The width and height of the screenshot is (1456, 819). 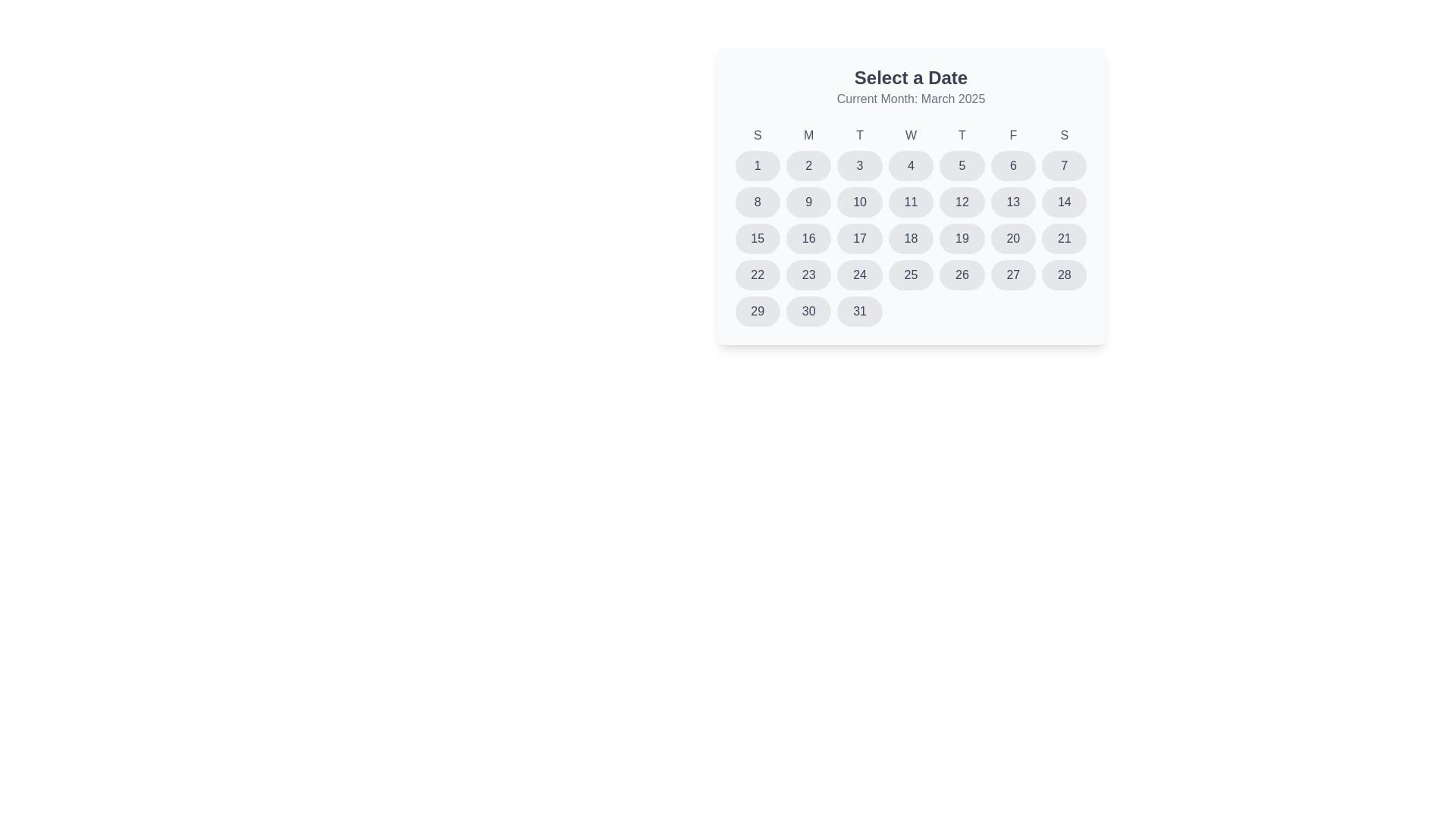 What do you see at coordinates (961, 201) in the screenshot?
I see `the button representing the 12th day in the calendar` at bounding box center [961, 201].